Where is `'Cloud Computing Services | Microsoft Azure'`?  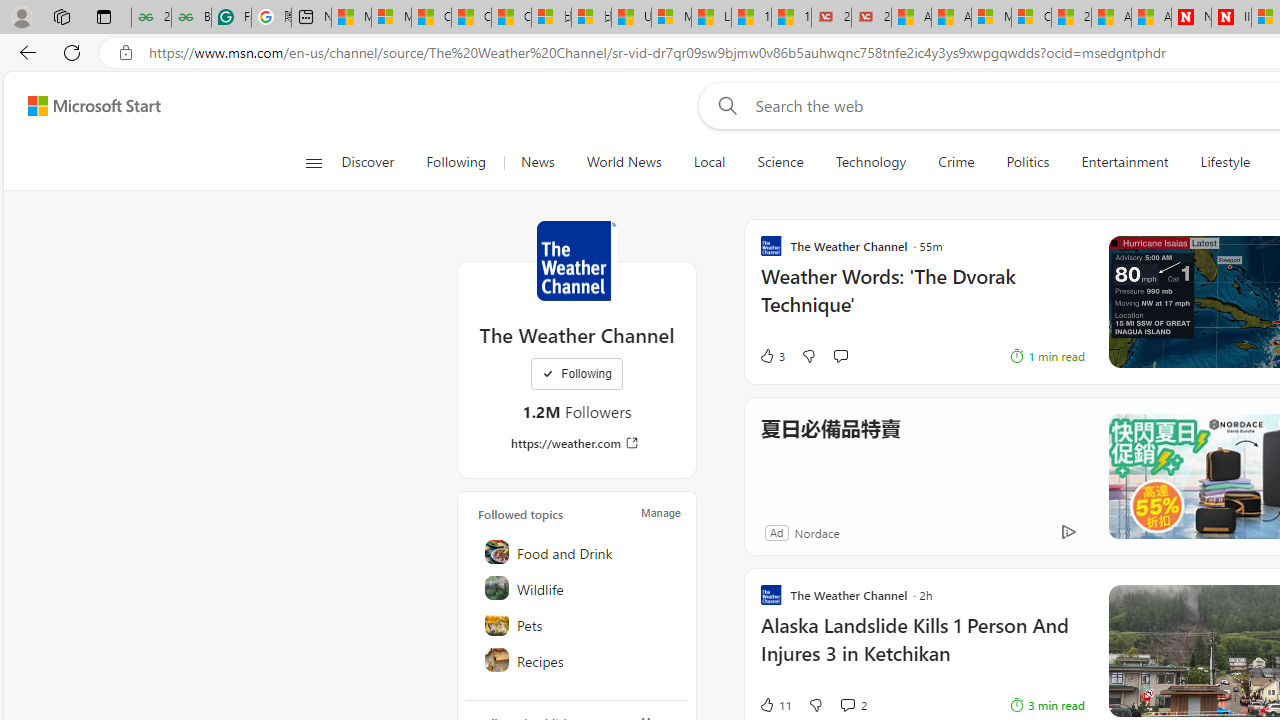
'Cloud Computing Services | Microsoft Azure' is located at coordinates (1031, 17).